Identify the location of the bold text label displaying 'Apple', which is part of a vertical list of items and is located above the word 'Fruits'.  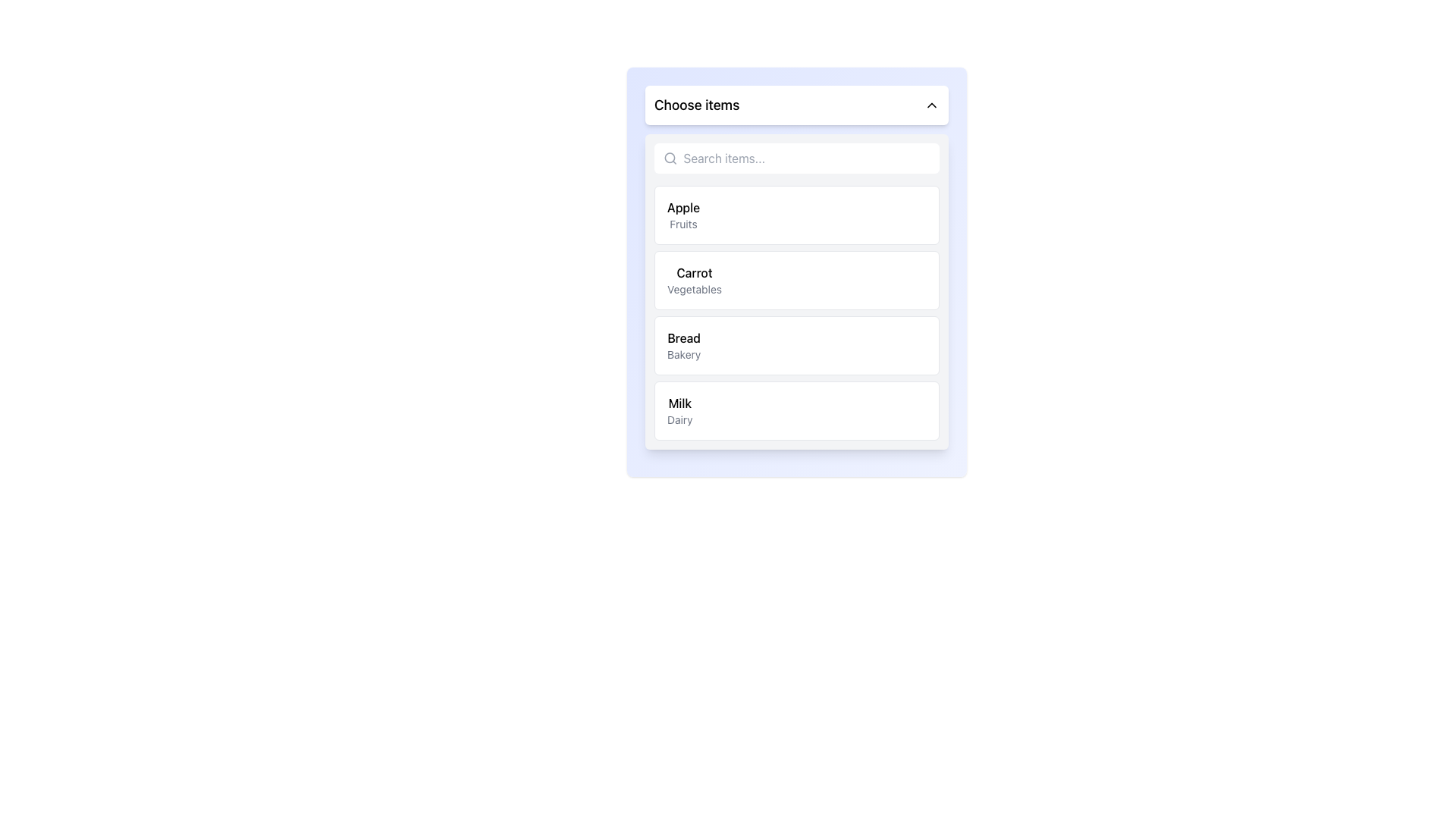
(682, 207).